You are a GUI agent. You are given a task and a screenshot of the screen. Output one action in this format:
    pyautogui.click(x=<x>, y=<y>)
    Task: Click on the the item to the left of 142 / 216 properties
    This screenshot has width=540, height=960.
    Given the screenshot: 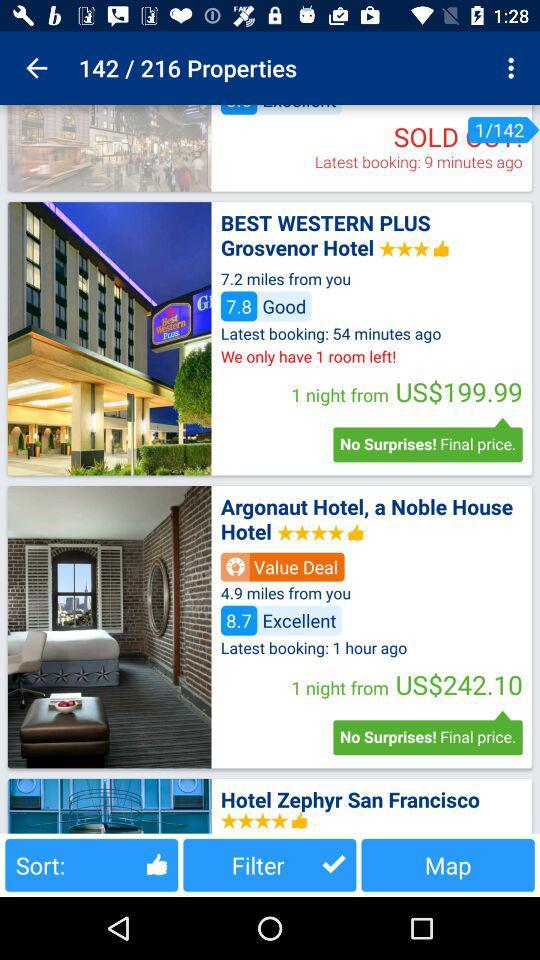 What is the action you would take?
    pyautogui.click(x=36, y=68)
    